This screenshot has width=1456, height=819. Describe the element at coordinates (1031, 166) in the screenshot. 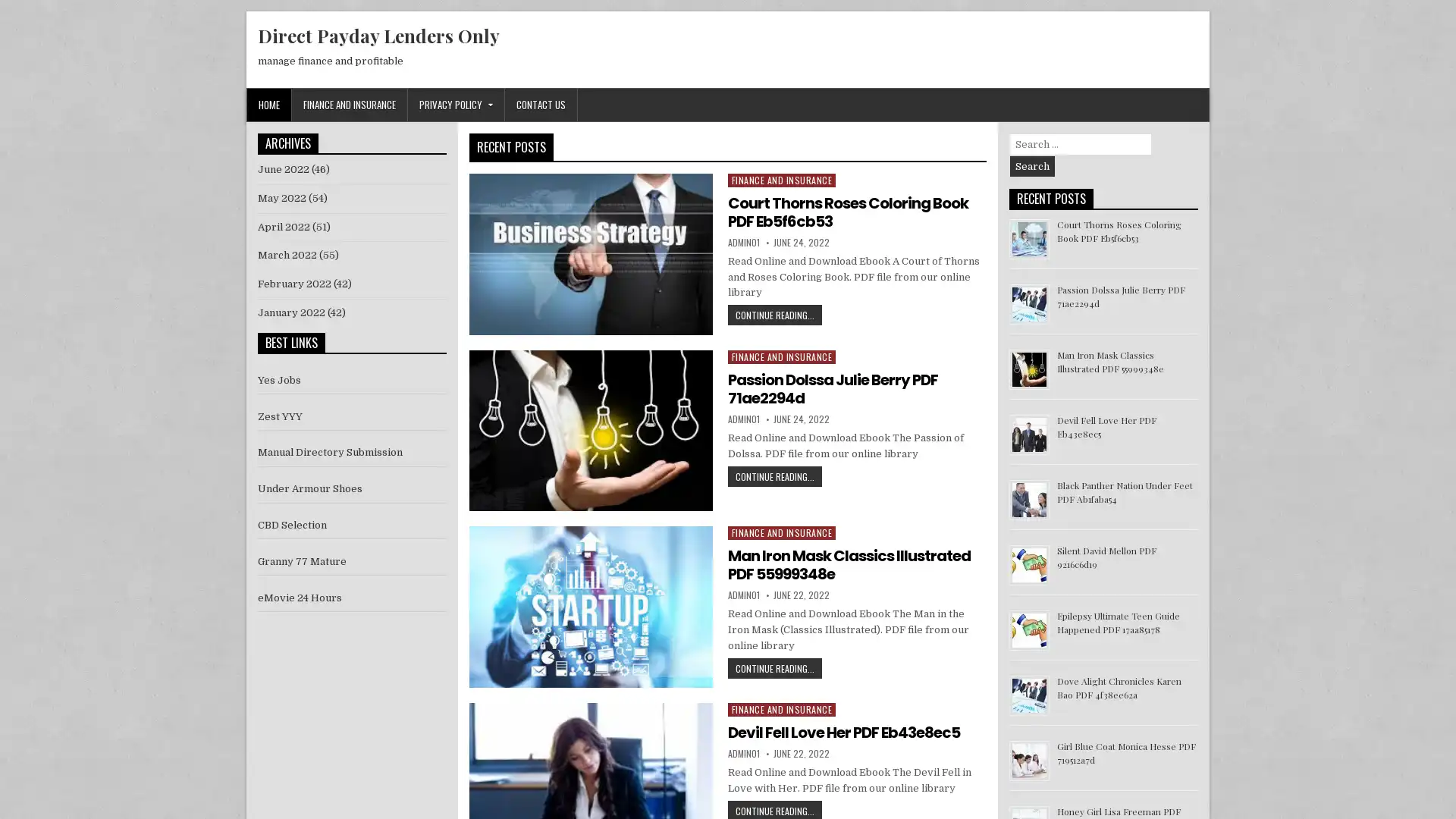

I see `Search` at that location.